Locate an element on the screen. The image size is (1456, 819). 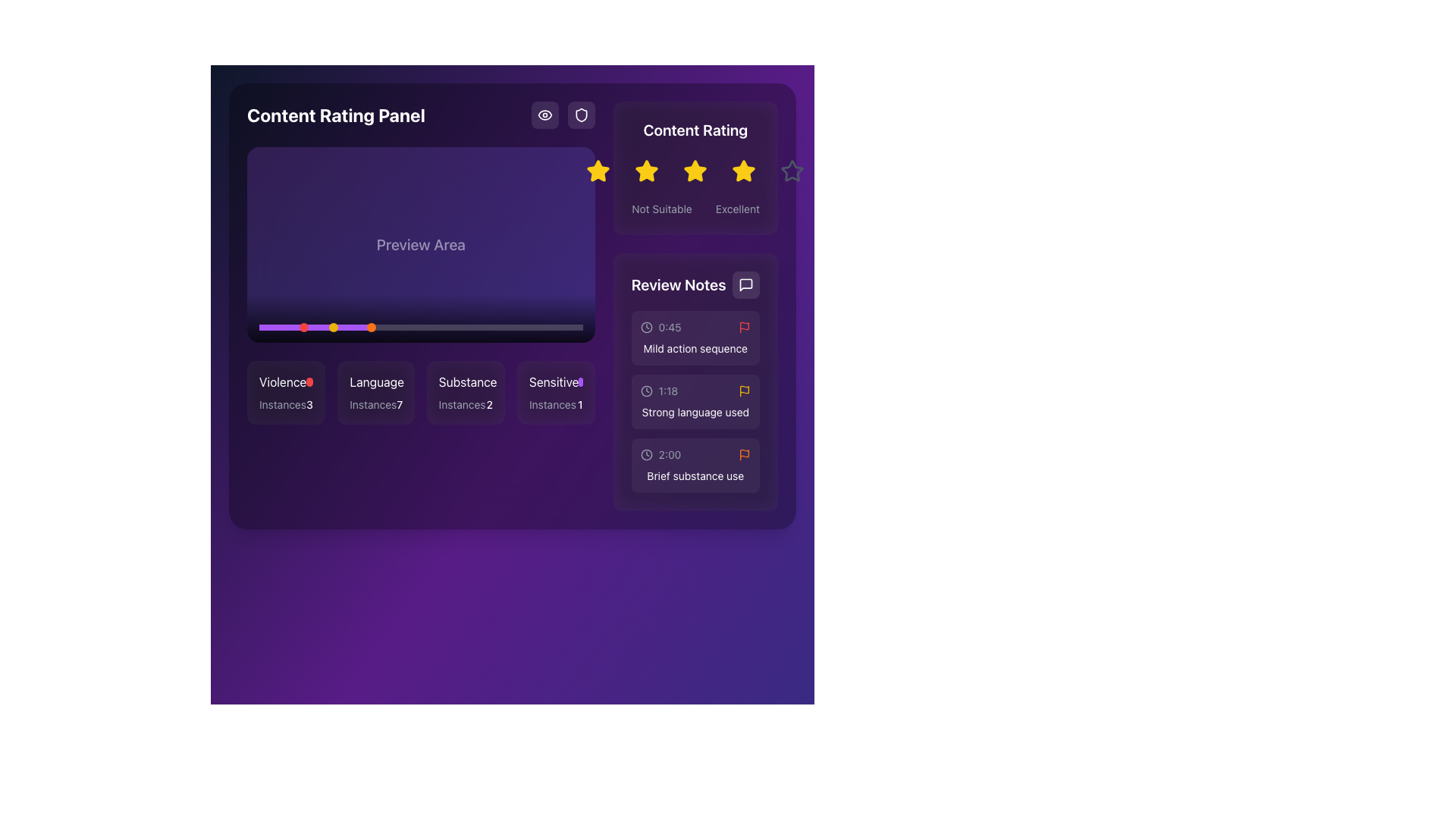
the fourth star-shaped icon in the rating system, which is filled with yellow and outlined is located at coordinates (744, 171).